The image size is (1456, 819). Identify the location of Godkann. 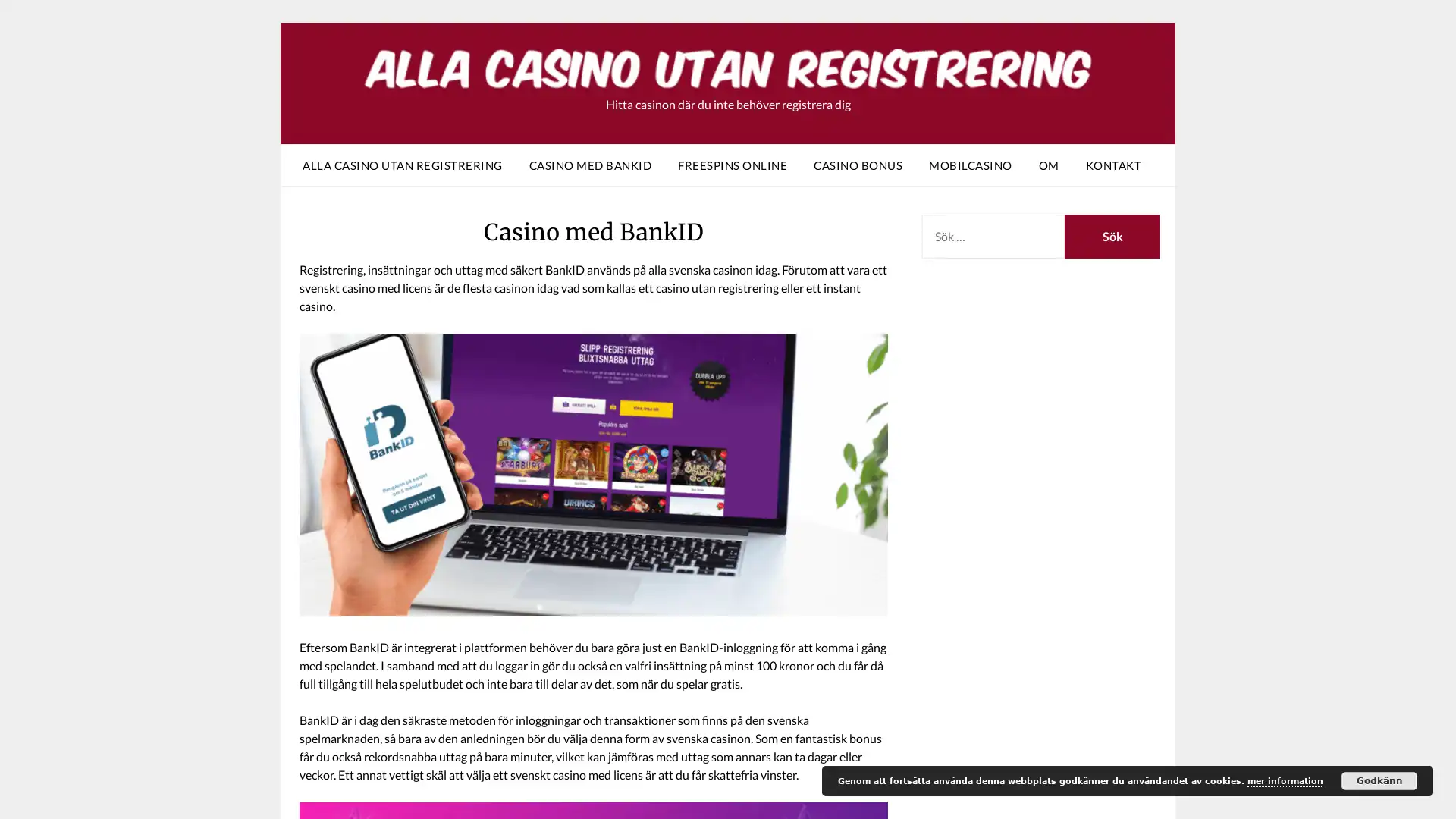
(1379, 780).